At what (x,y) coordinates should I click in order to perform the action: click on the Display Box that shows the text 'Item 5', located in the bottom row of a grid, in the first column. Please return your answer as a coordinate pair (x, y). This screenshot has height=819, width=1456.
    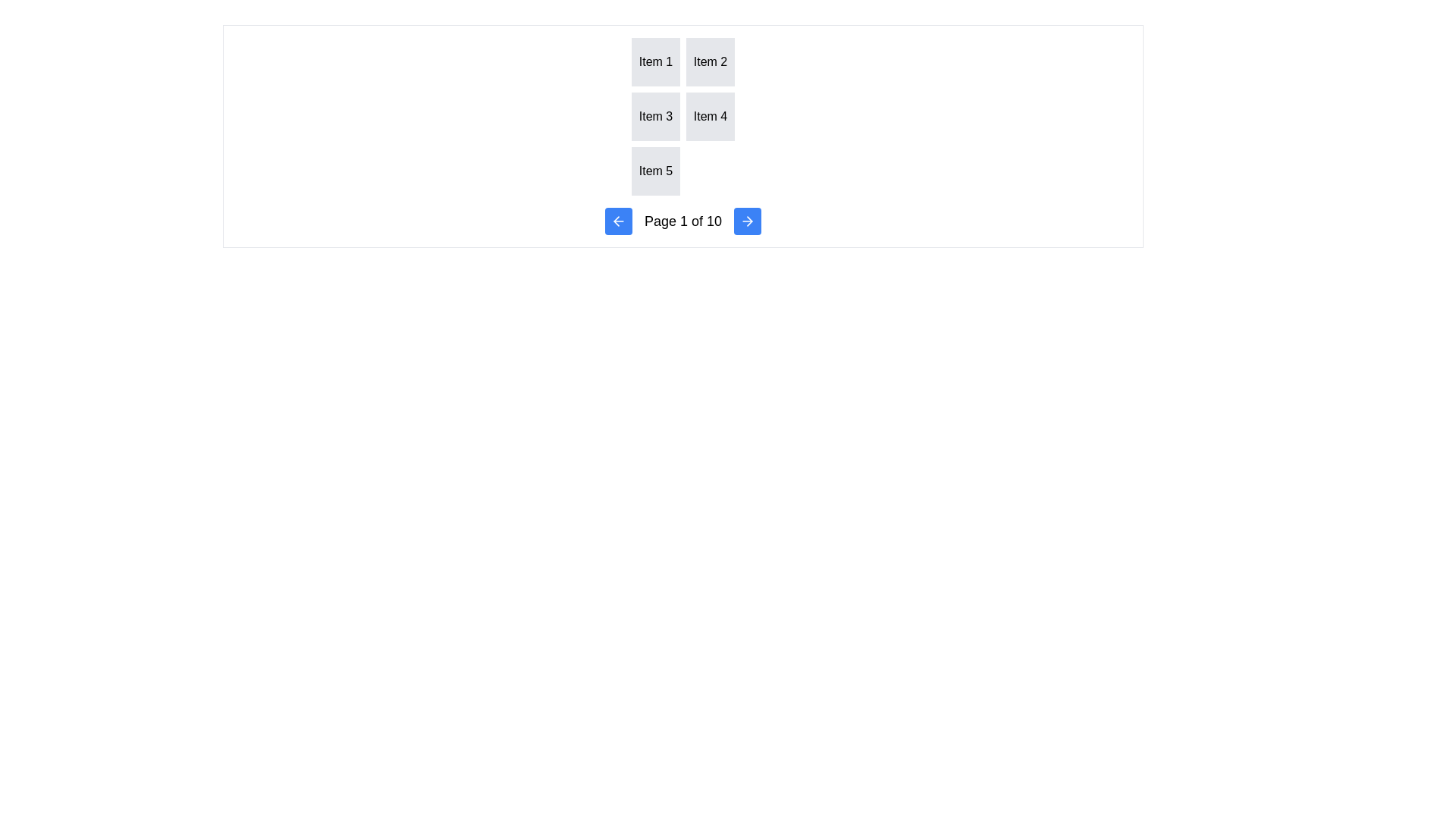
    Looking at the image, I should click on (655, 171).